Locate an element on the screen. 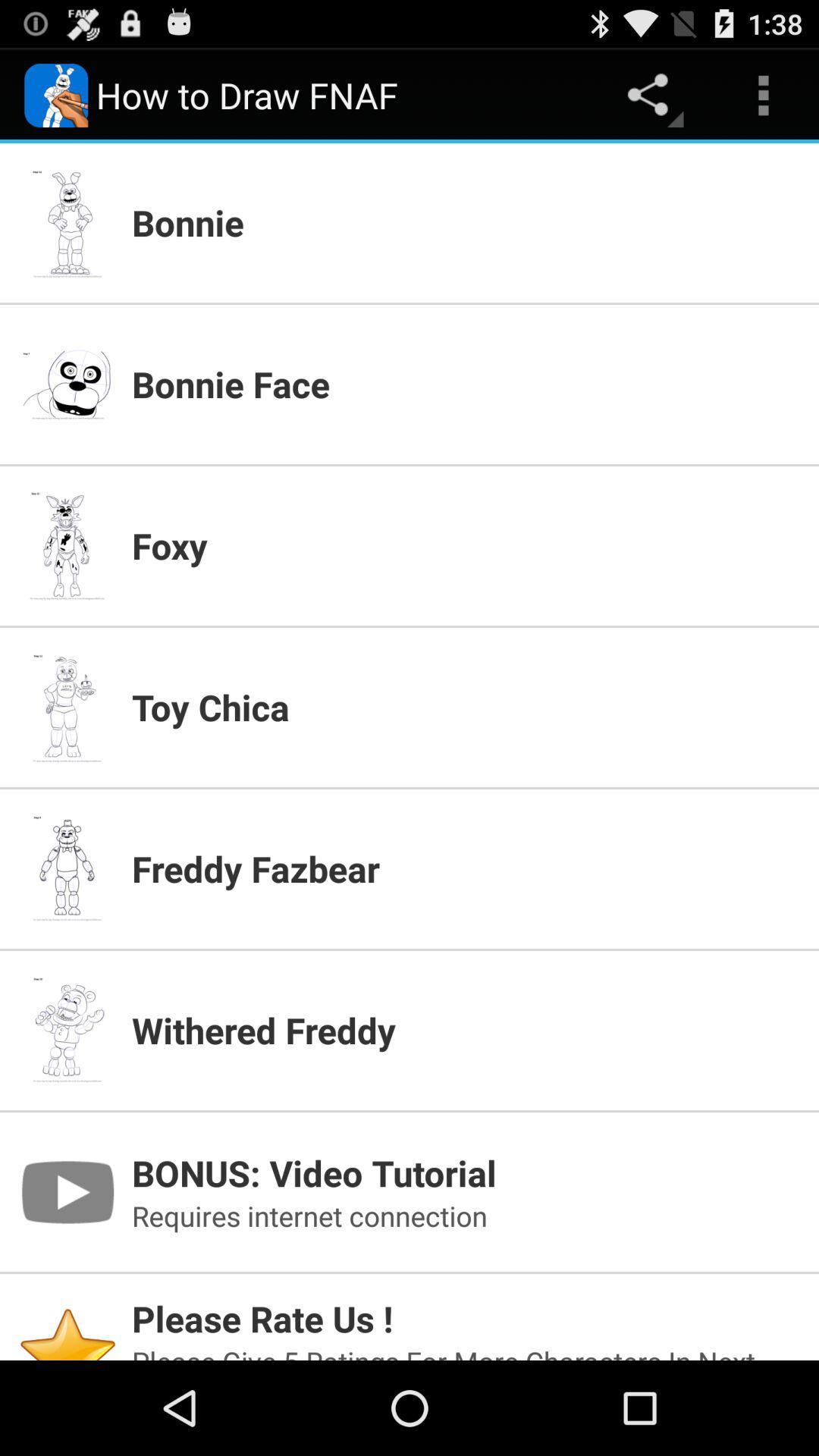  bonnie face item is located at coordinates (465, 384).